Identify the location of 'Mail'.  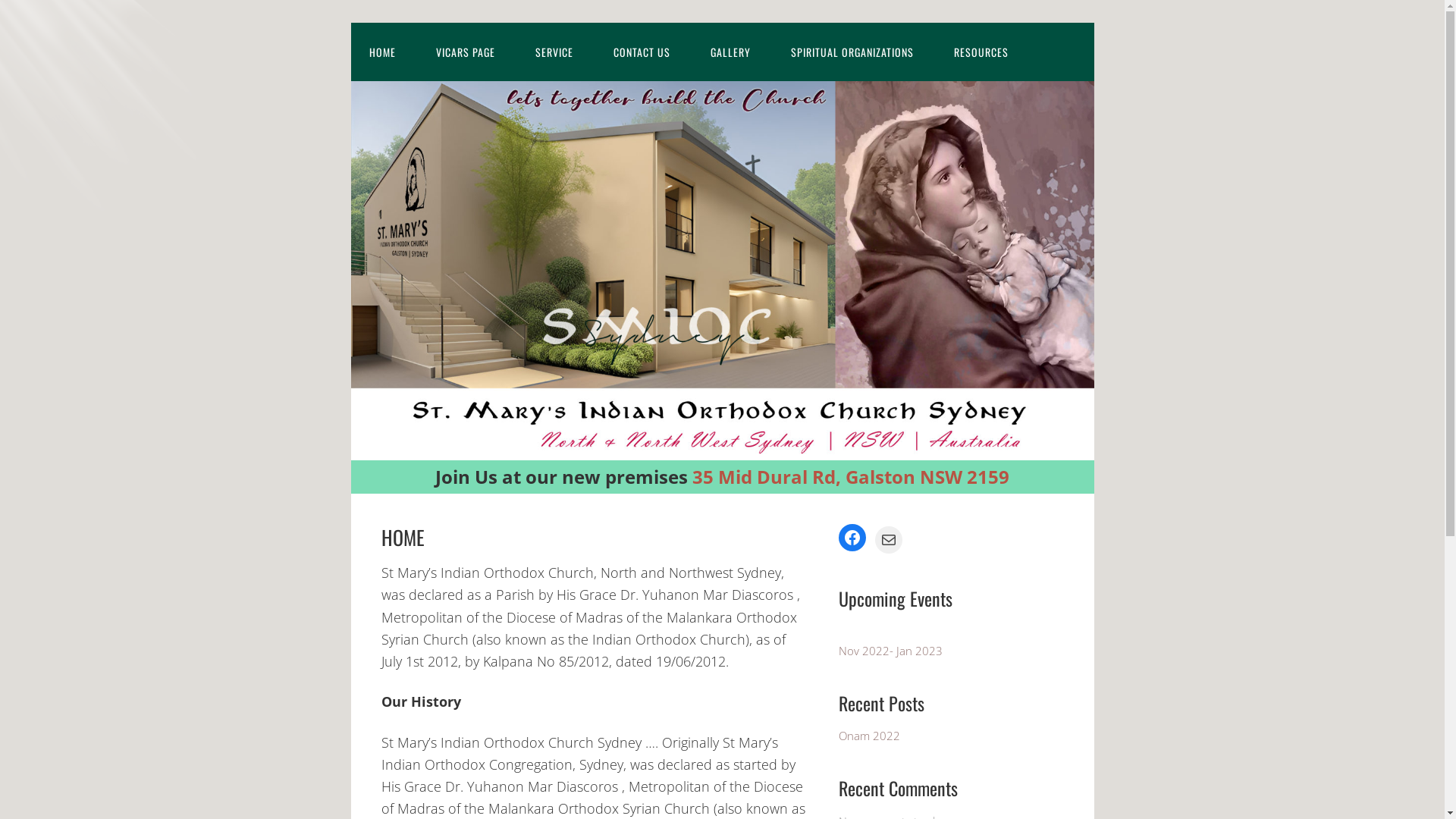
(888, 539).